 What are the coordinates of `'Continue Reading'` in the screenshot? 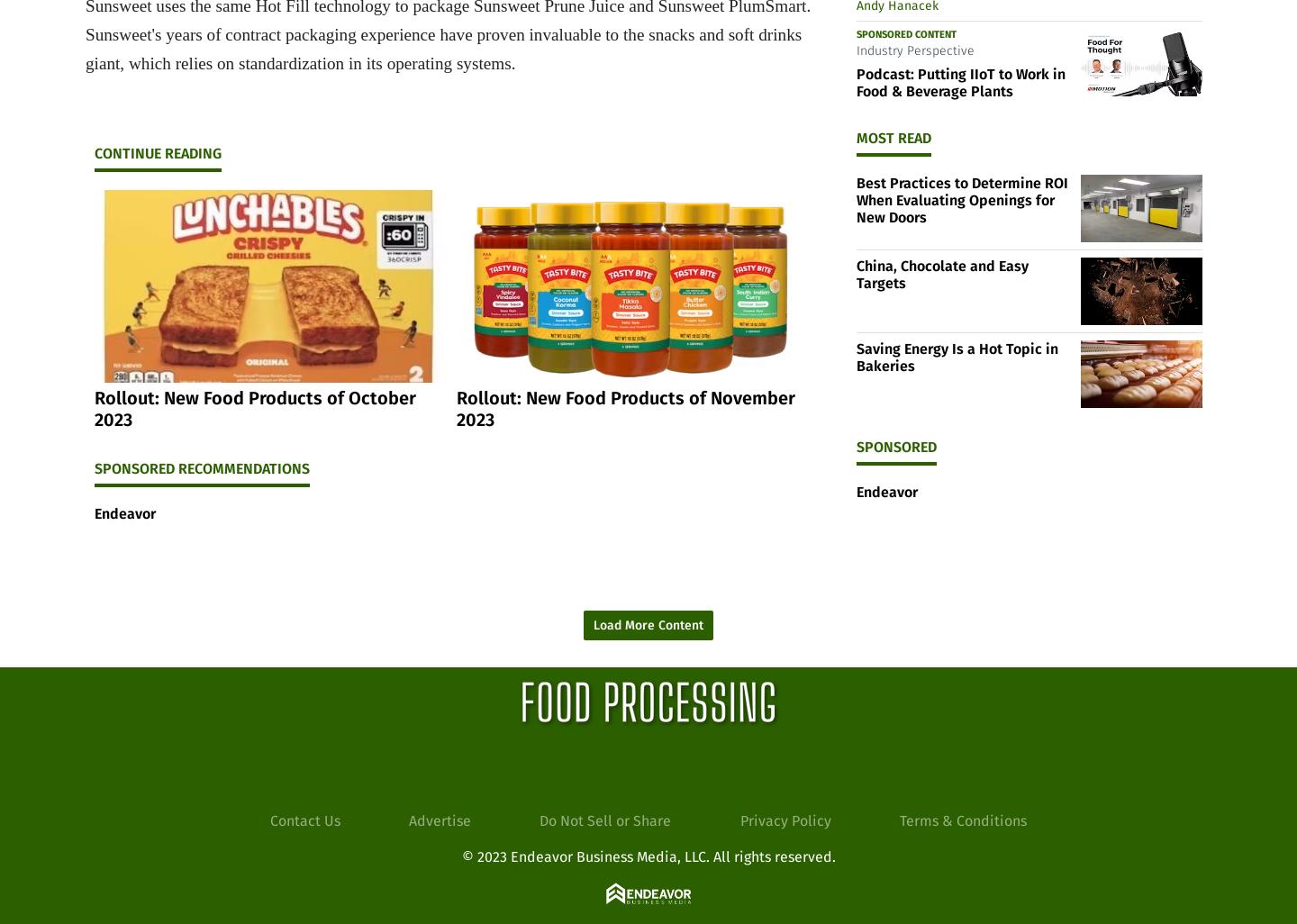 It's located at (157, 151).